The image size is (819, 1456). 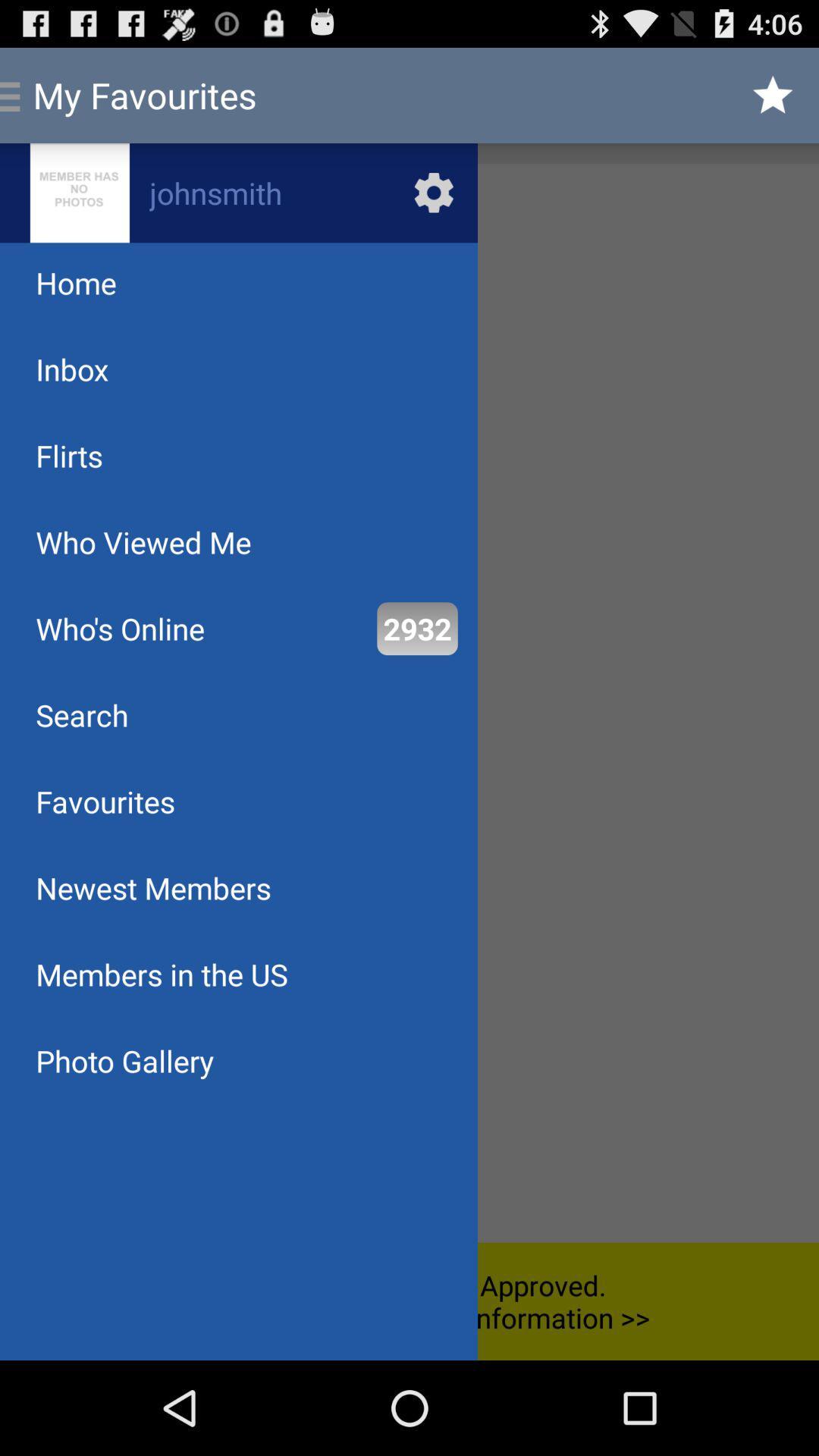 What do you see at coordinates (239, 192) in the screenshot?
I see `profile settings account settings` at bounding box center [239, 192].